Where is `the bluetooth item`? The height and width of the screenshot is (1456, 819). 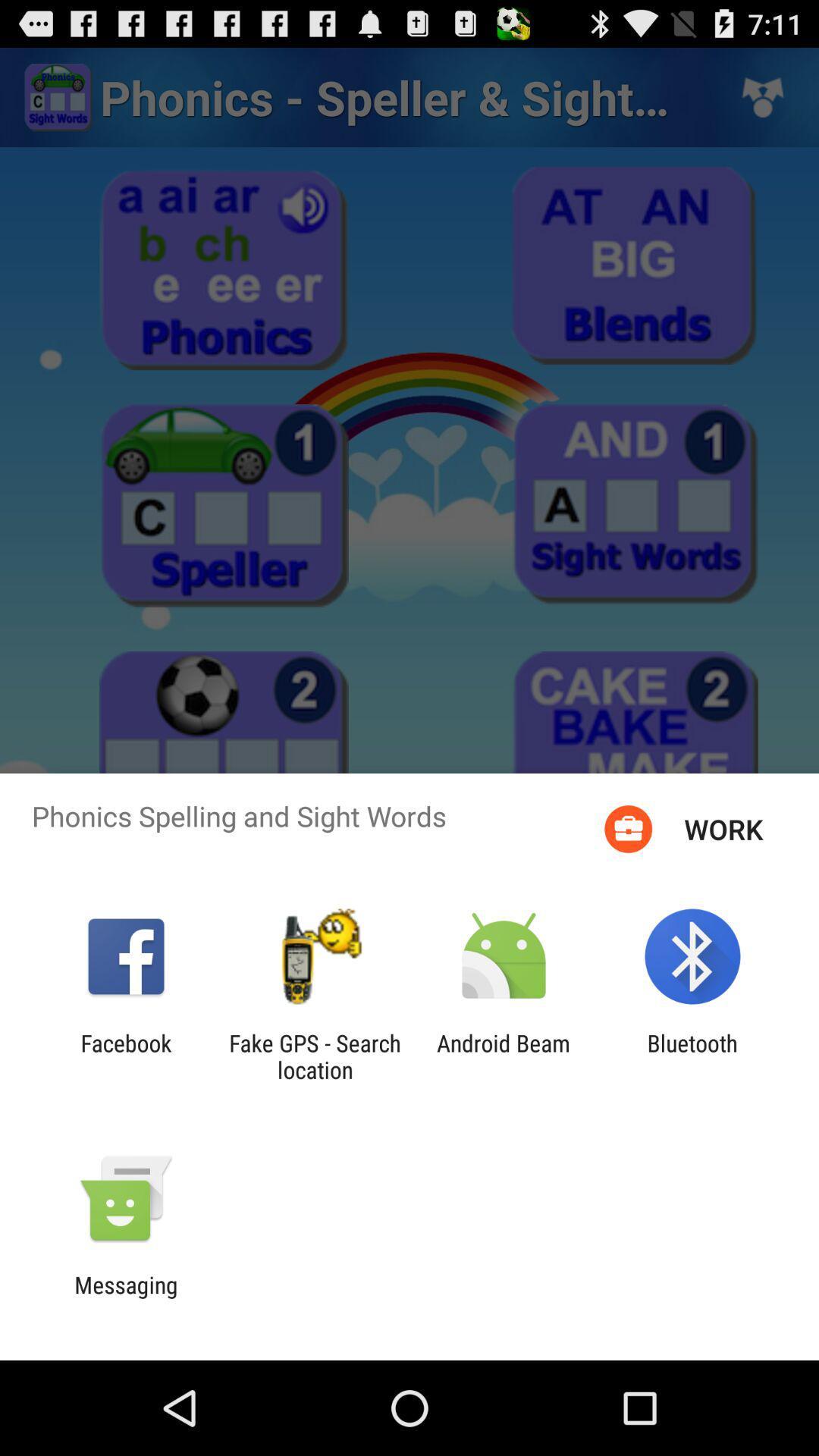
the bluetooth item is located at coordinates (692, 1056).